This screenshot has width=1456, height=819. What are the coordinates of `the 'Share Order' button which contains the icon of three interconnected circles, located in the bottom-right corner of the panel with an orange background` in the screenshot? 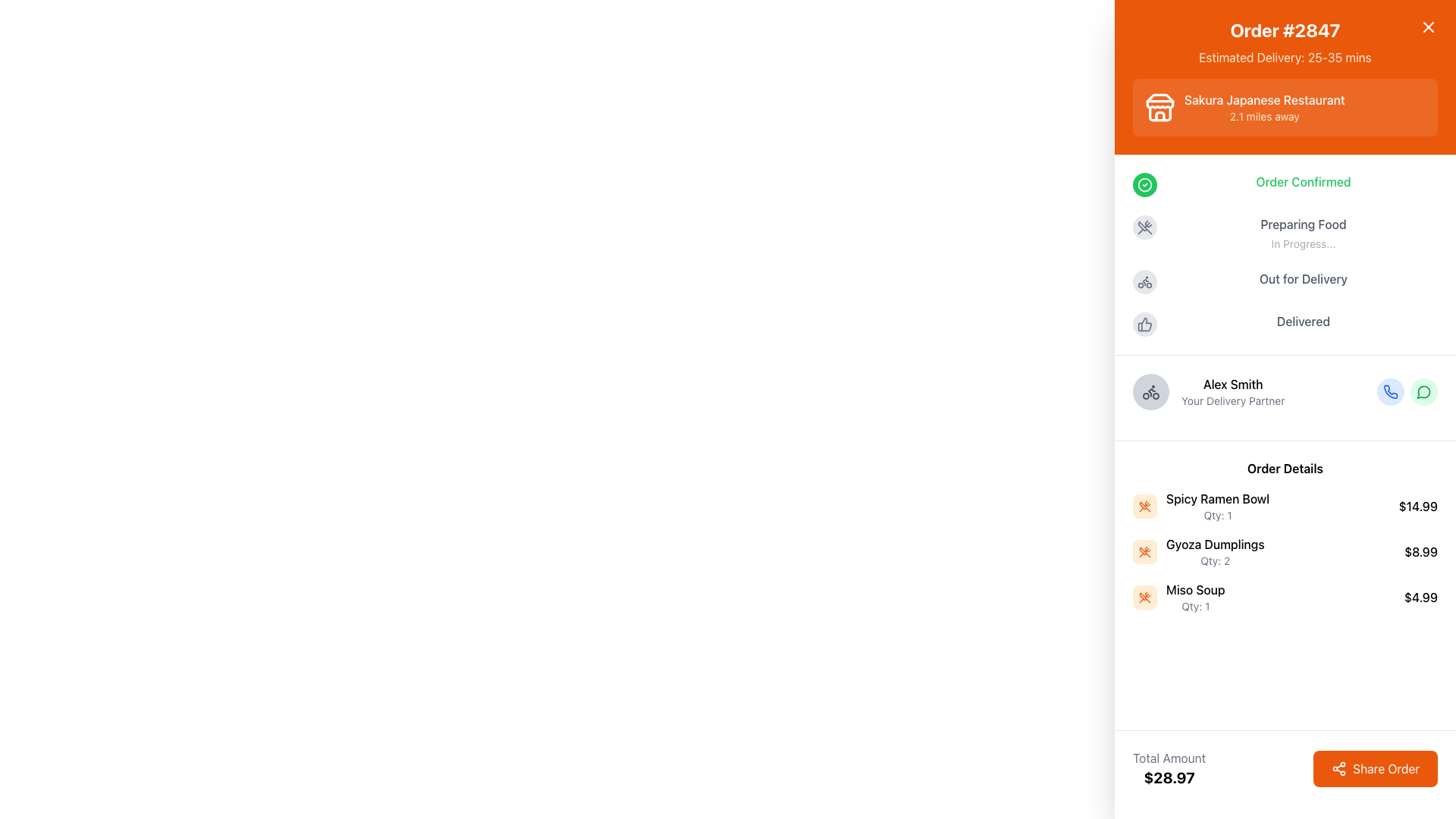 It's located at (1339, 769).